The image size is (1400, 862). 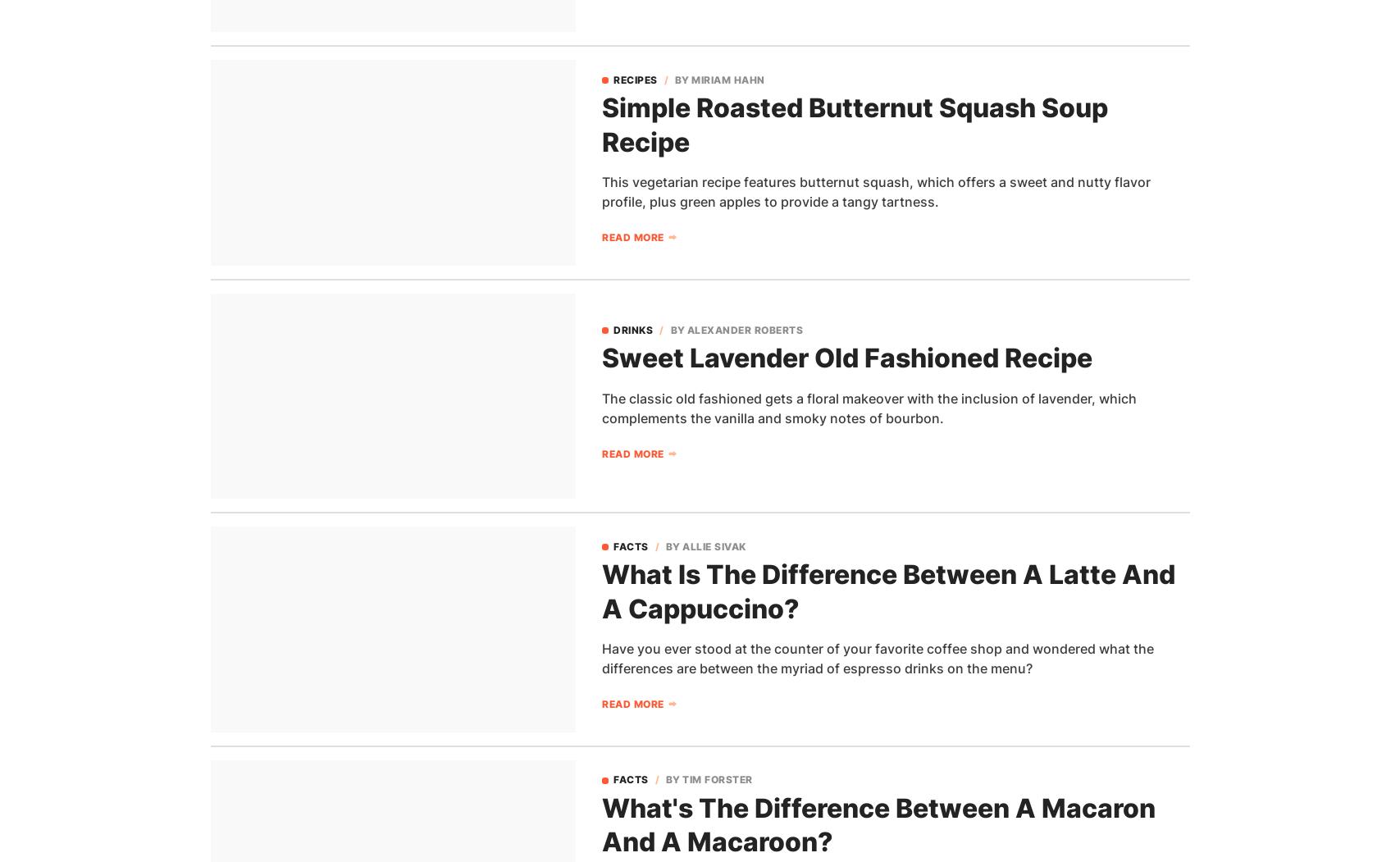 What do you see at coordinates (716, 778) in the screenshot?
I see `'Tim Forster'` at bounding box center [716, 778].